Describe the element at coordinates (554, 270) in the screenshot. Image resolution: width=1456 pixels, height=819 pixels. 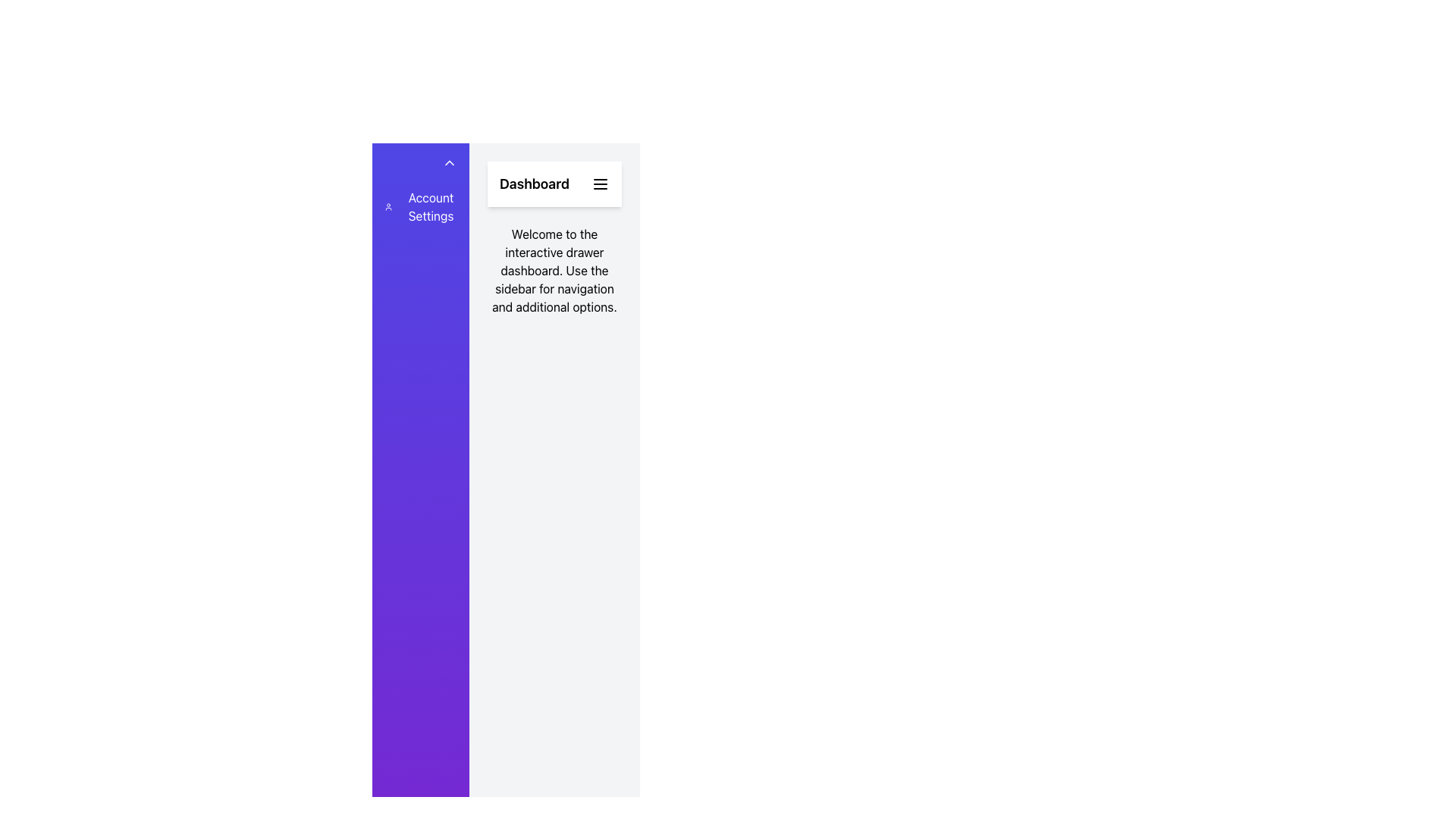
I see `instructional text block located directly below the 'Dashboard' title and menu icon in the dashboard interface` at that location.